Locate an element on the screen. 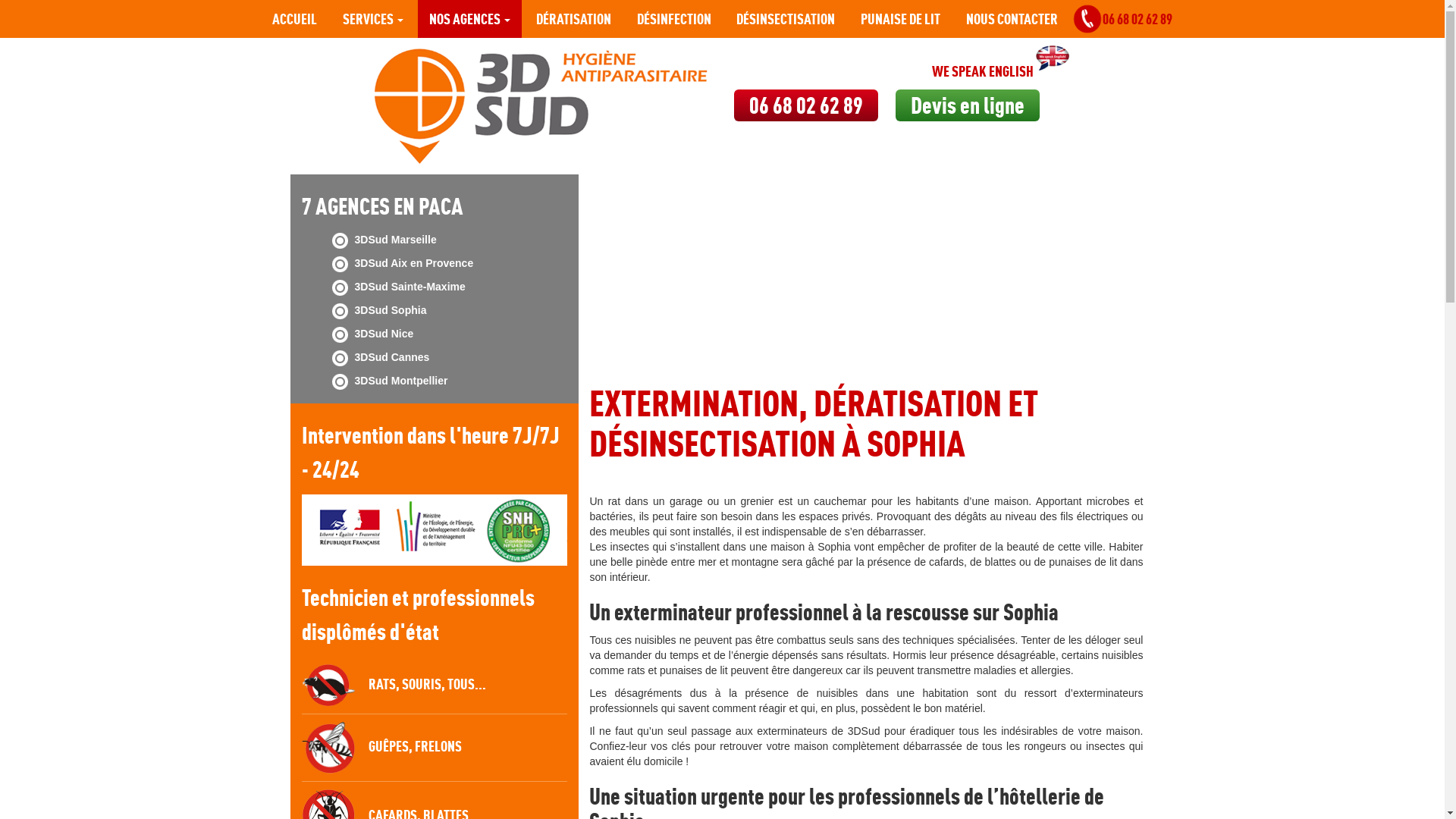  'NOUS CONTACTER' is located at coordinates (1012, 18).